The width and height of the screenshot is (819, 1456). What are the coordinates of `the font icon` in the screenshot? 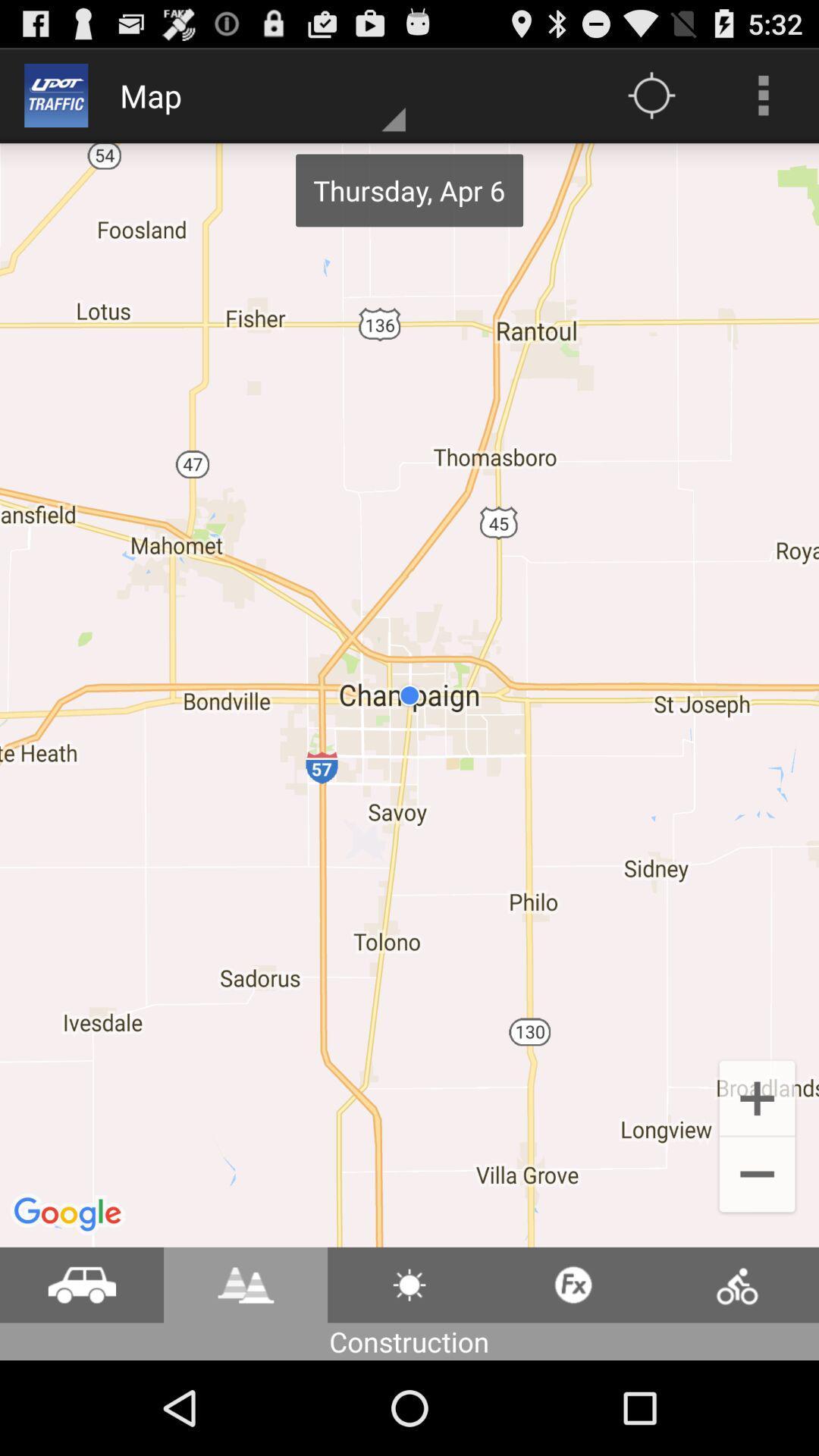 It's located at (245, 1375).